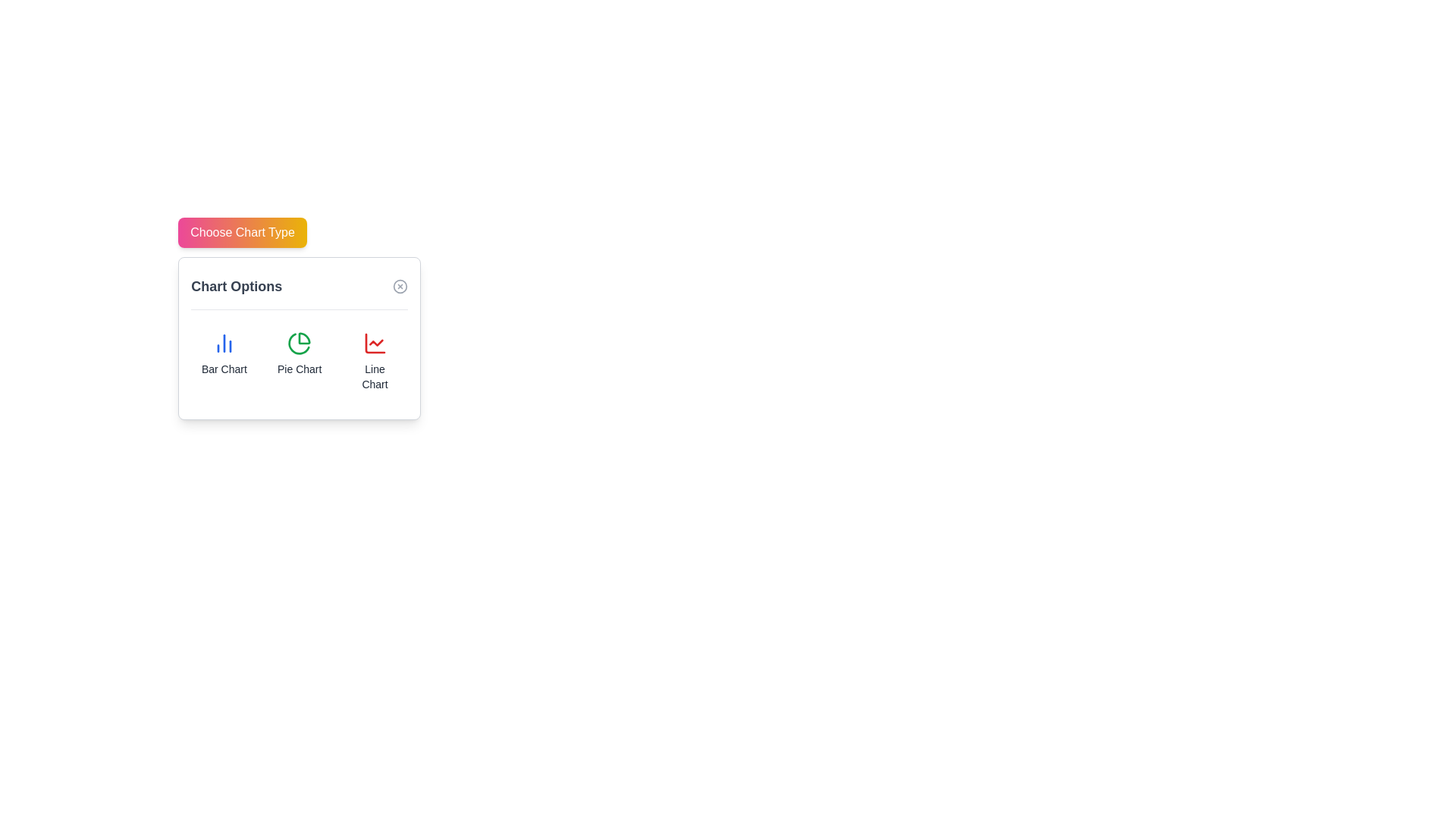  I want to click on the Text Label that serves as the title or header for the chart options section, which is centrally located in the header of the chart options panel, so click(236, 287).